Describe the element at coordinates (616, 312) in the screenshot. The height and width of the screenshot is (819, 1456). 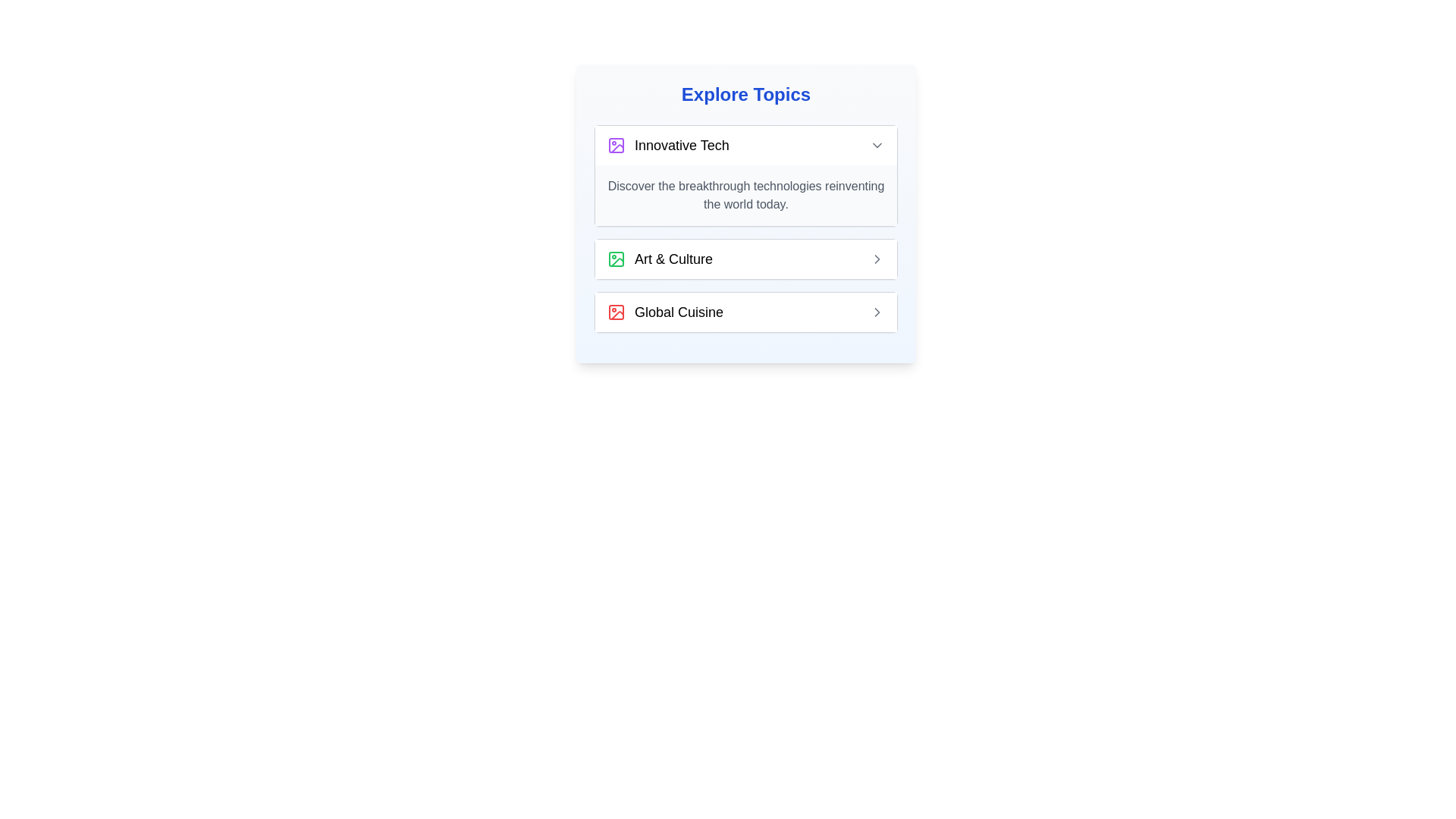
I see `the SVG-based image icon representing the 'Global Cuisine' topic, located` at that location.